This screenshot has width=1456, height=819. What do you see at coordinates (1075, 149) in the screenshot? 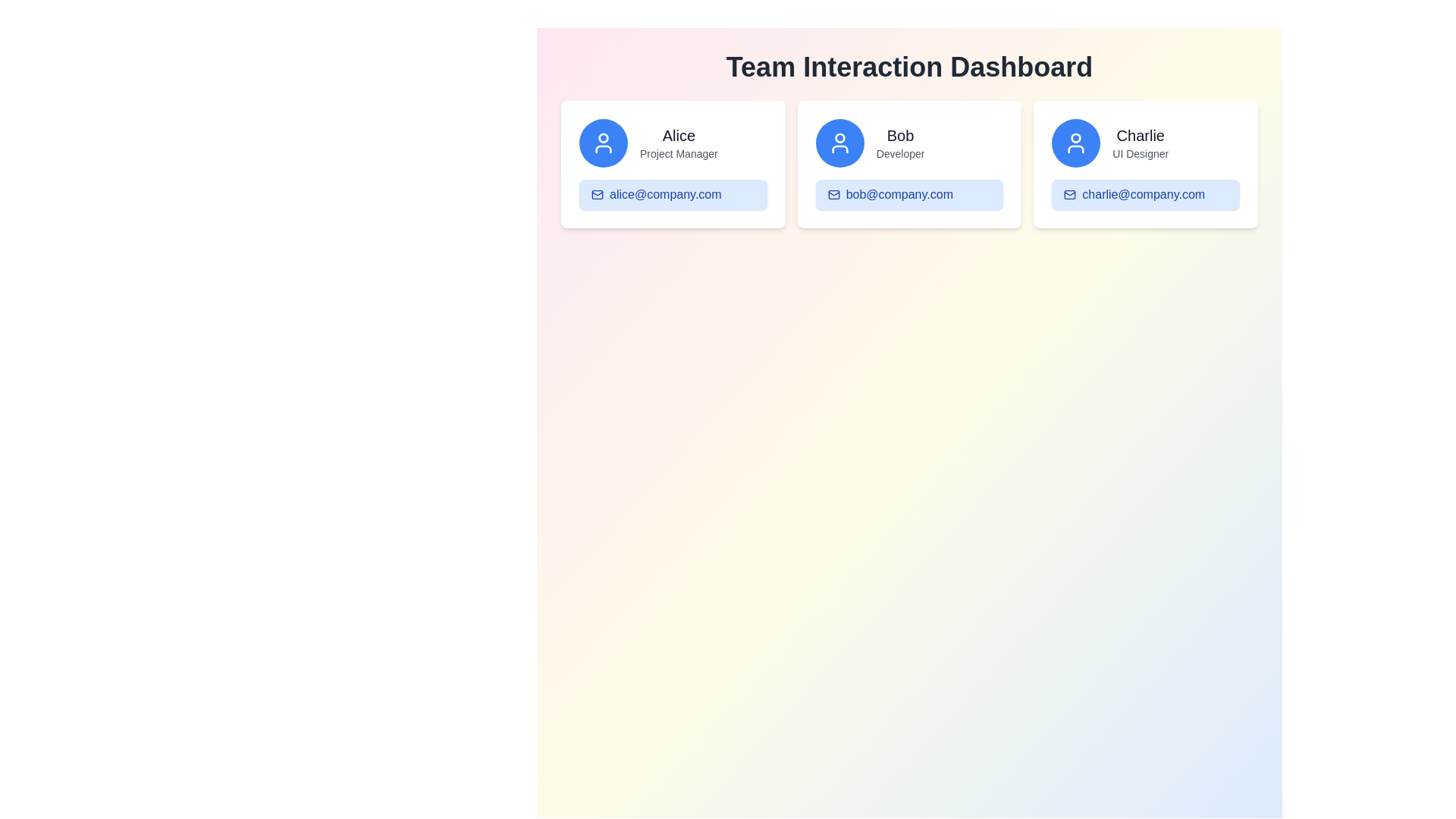
I see `the lower part of the user icon silhouette for user 'Charlie' in the blue circular profile icon on the rightmost profile card of the 'Team Interaction Dashboard'` at bounding box center [1075, 149].